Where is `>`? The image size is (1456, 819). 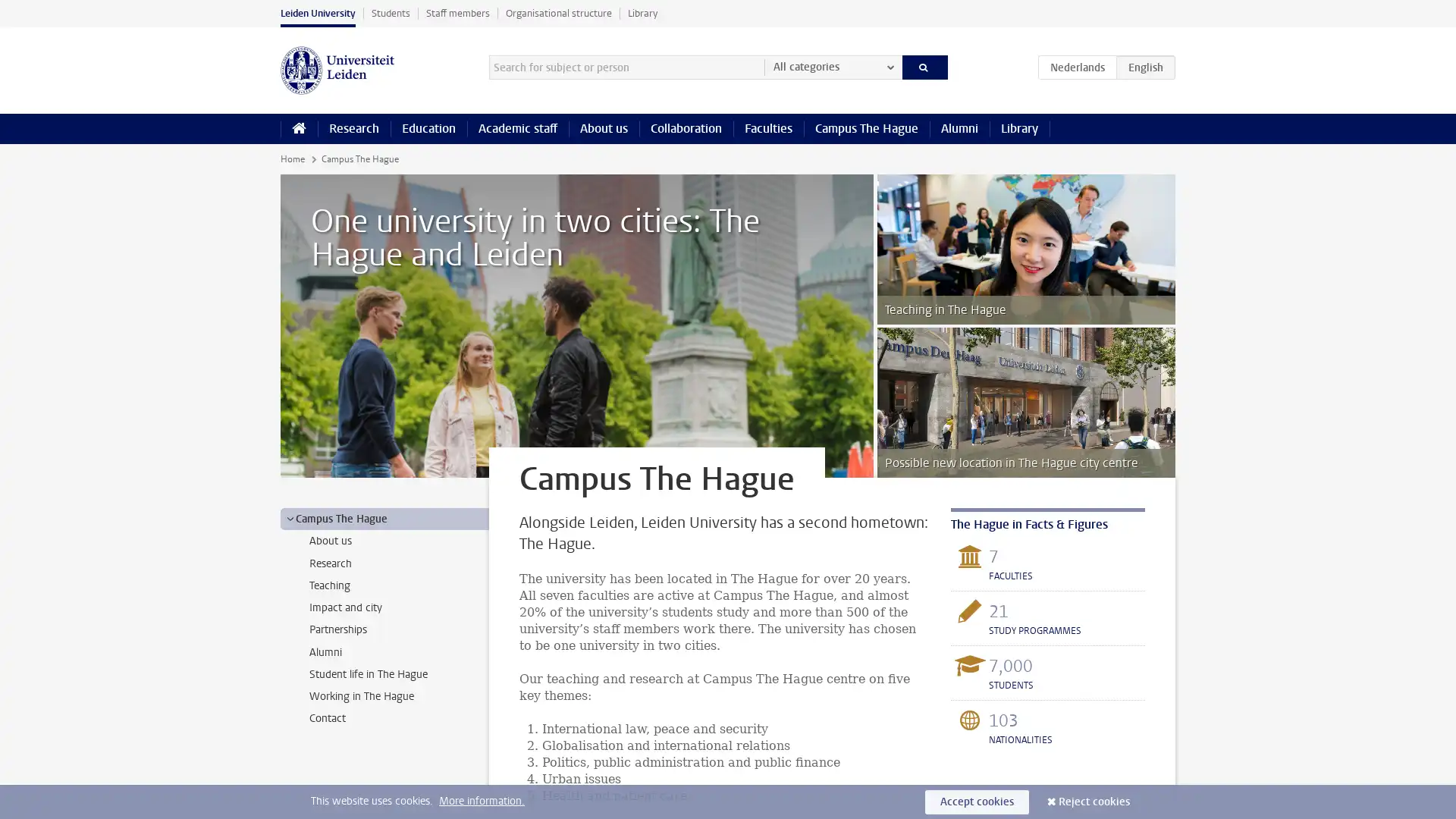
> is located at coordinates (290, 517).